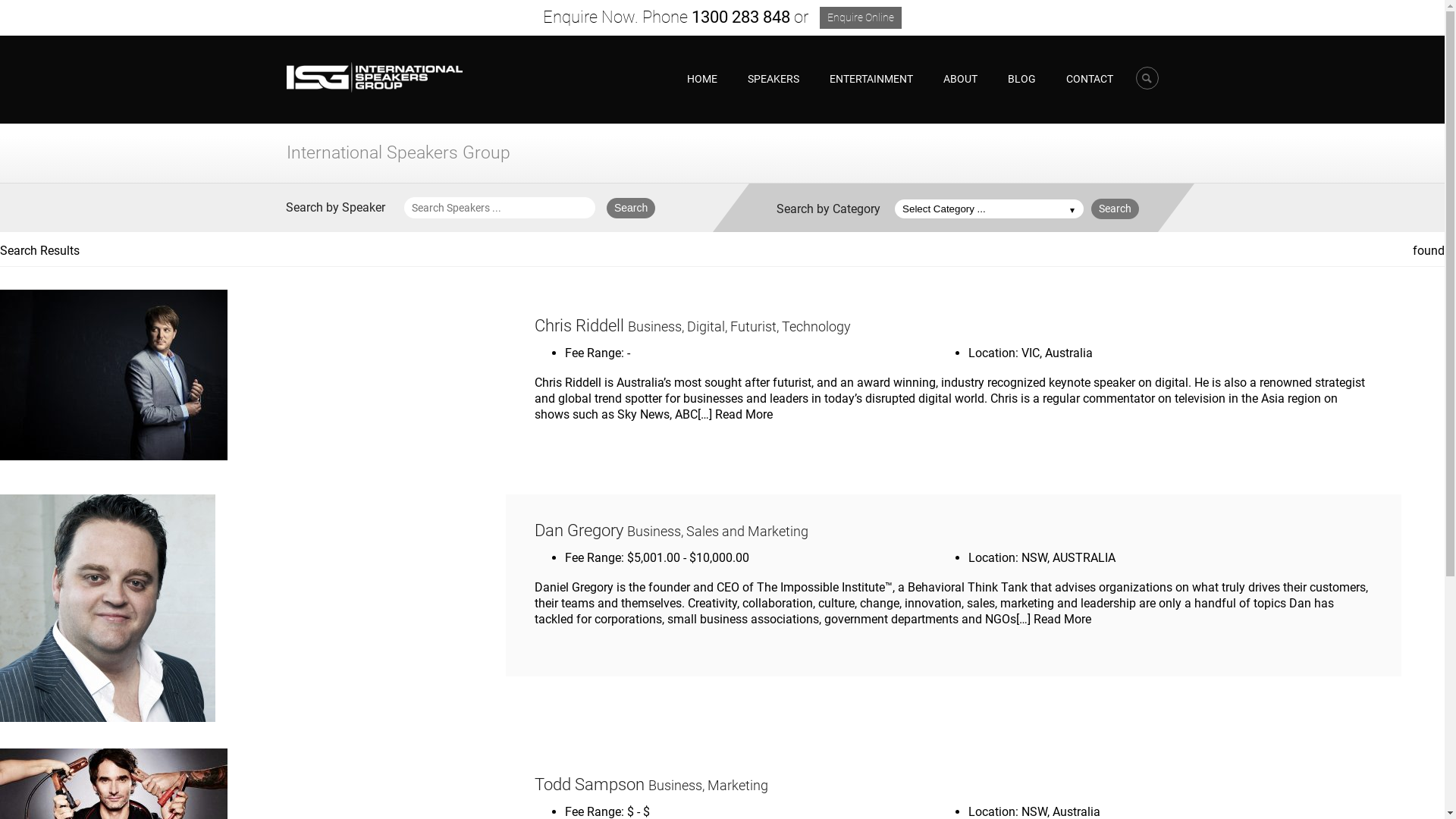 This screenshot has height=819, width=1456. What do you see at coordinates (815, 326) in the screenshot?
I see `'Technology'` at bounding box center [815, 326].